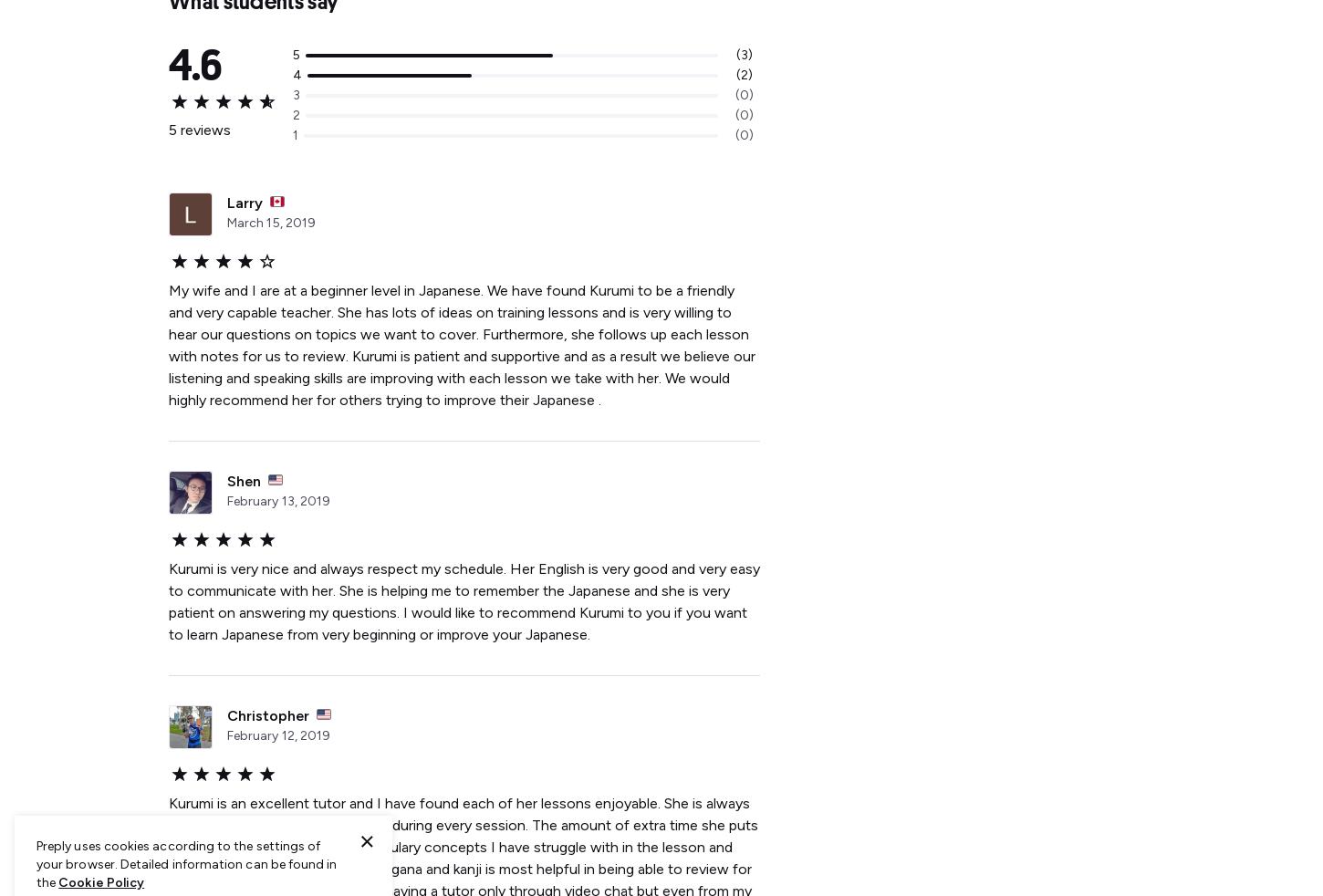 Image resolution: width=1323 pixels, height=896 pixels. What do you see at coordinates (245, 202) in the screenshot?
I see `'Larry'` at bounding box center [245, 202].